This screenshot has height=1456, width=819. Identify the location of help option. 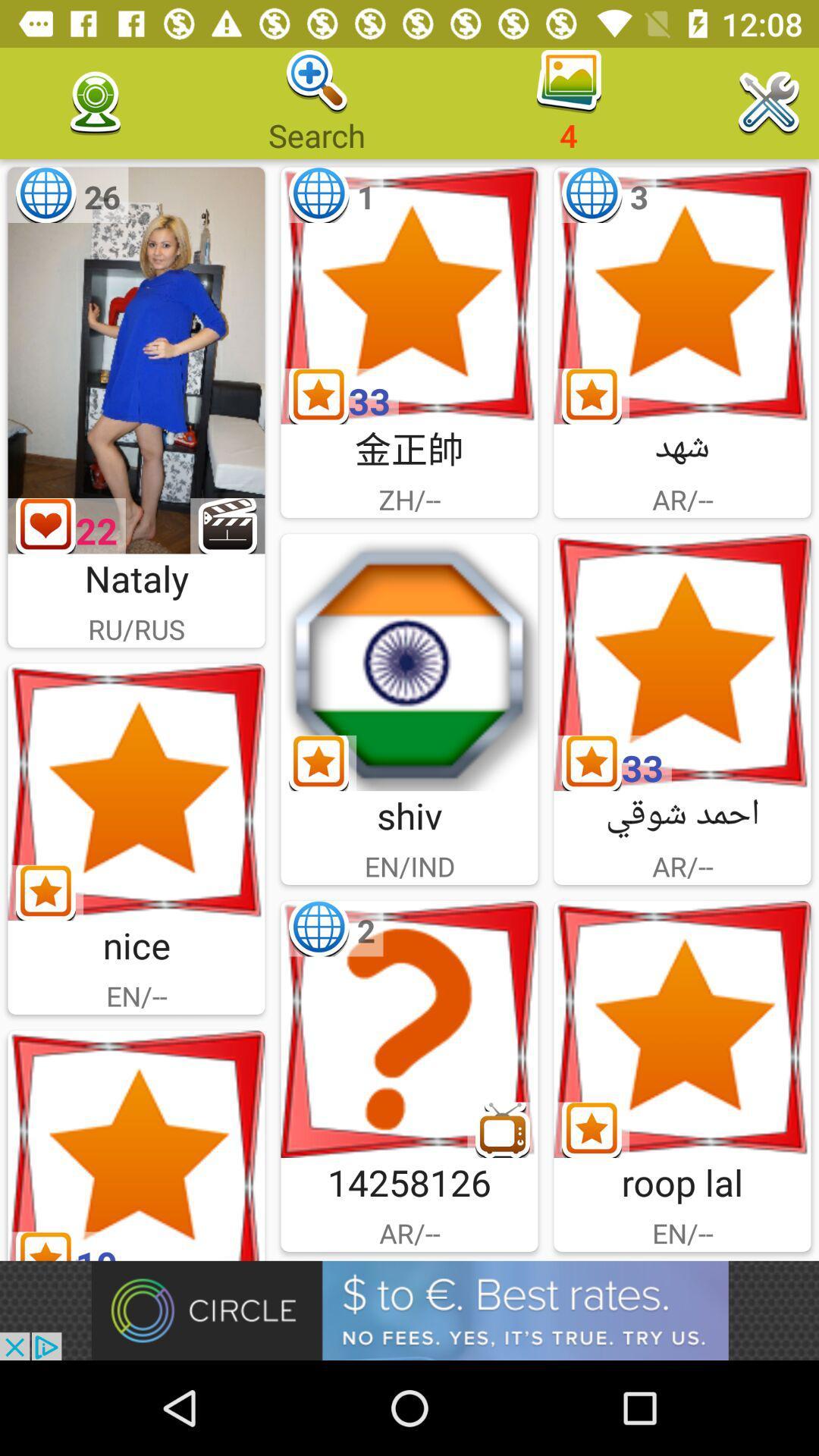
(409, 1029).